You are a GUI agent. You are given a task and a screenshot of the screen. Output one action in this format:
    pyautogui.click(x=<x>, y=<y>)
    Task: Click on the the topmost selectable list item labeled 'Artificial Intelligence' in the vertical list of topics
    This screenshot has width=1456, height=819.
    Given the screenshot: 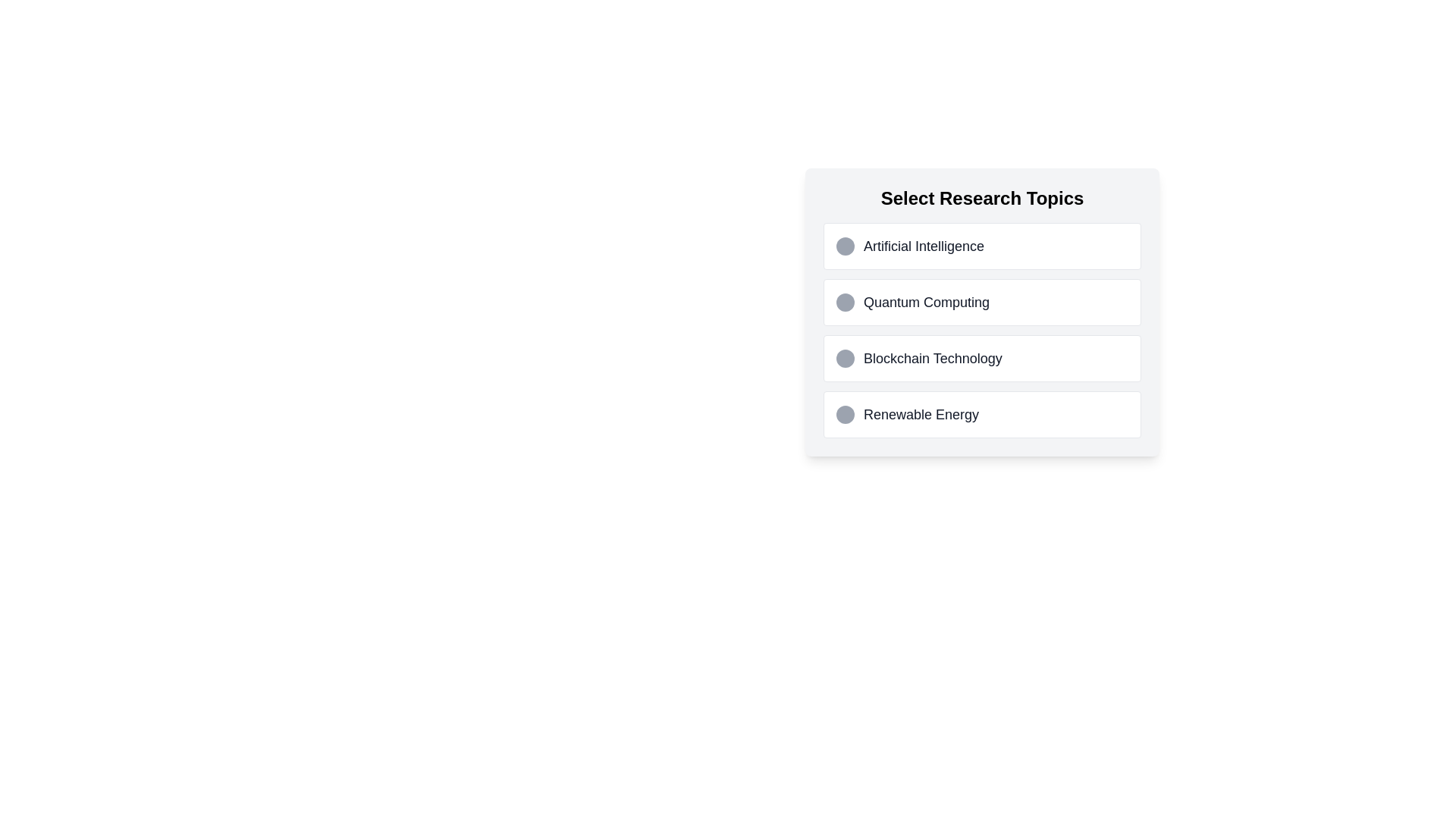 What is the action you would take?
    pyautogui.click(x=910, y=245)
    